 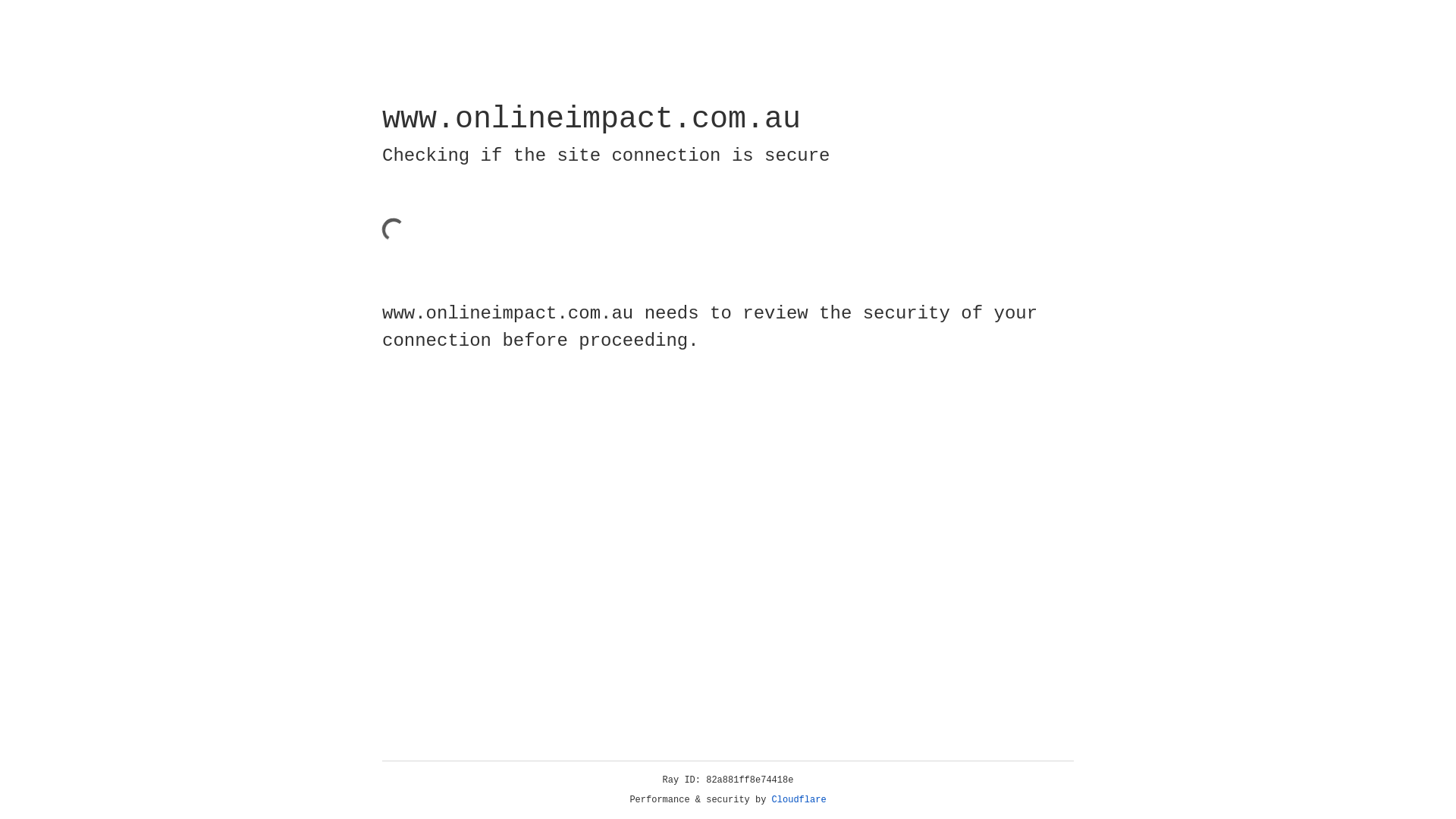 I want to click on 'Cloudflare', so click(x=771, y=799).